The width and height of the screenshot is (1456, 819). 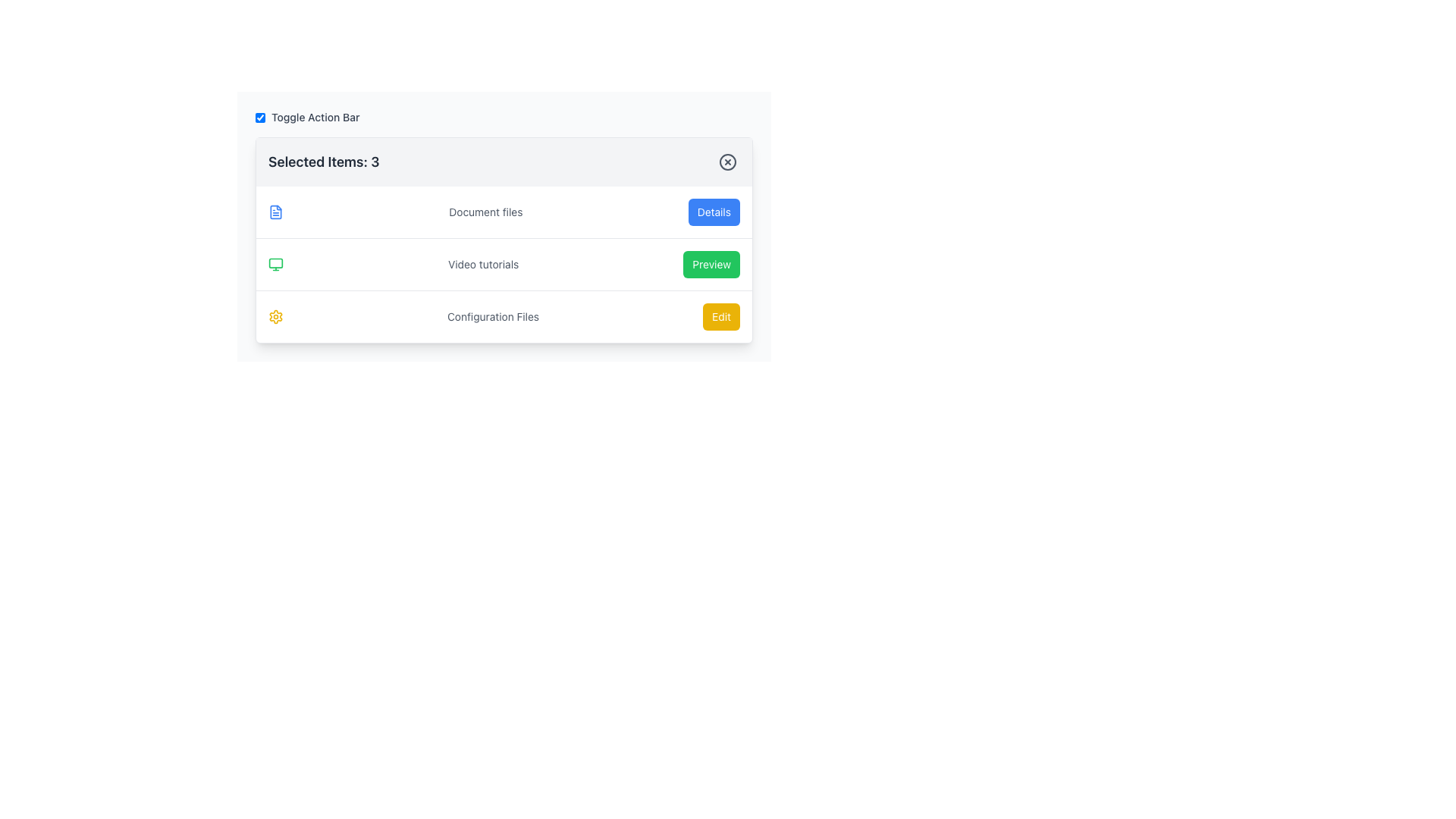 What do you see at coordinates (315, 116) in the screenshot?
I see `the static text label that communicates the purpose of a toggle functionality, which is located above the section labeled 'Selected Items: 3' and adjacent to a checkbox on its left` at bounding box center [315, 116].